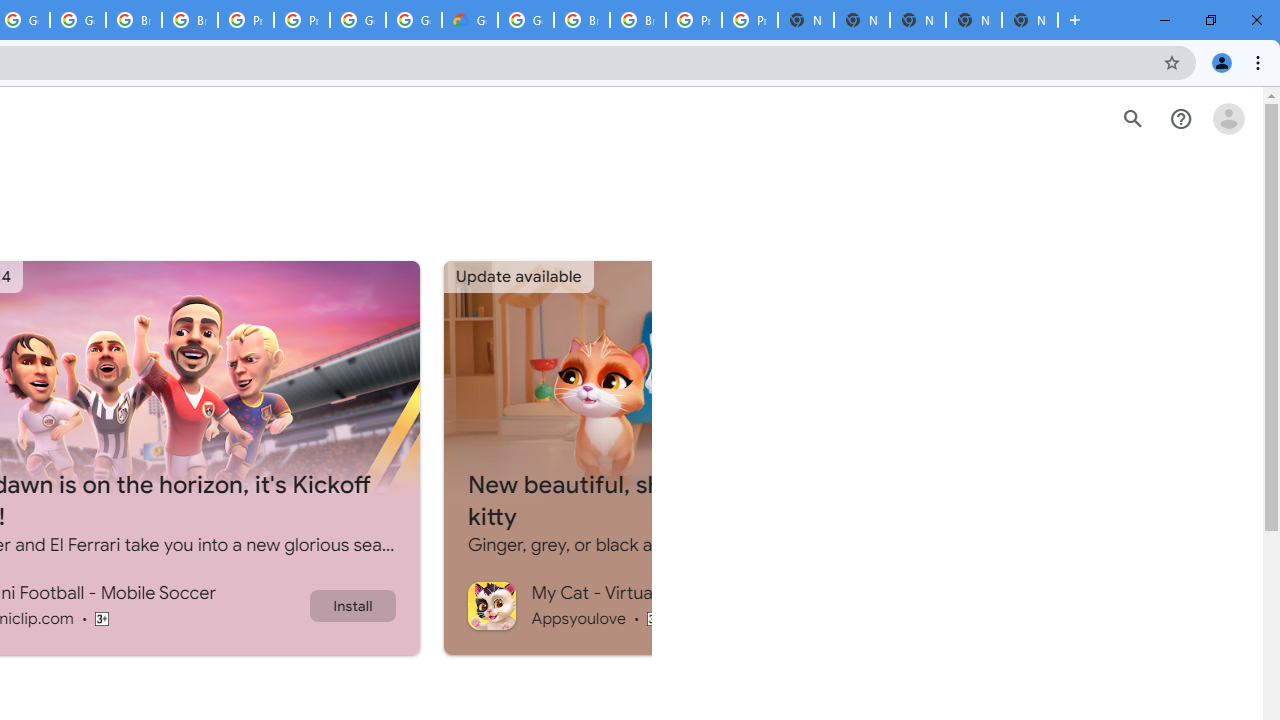 This screenshot has height=720, width=1280. What do you see at coordinates (468, 20) in the screenshot?
I see `'Google Cloud Estimate Summary'` at bounding box center [468, 20].